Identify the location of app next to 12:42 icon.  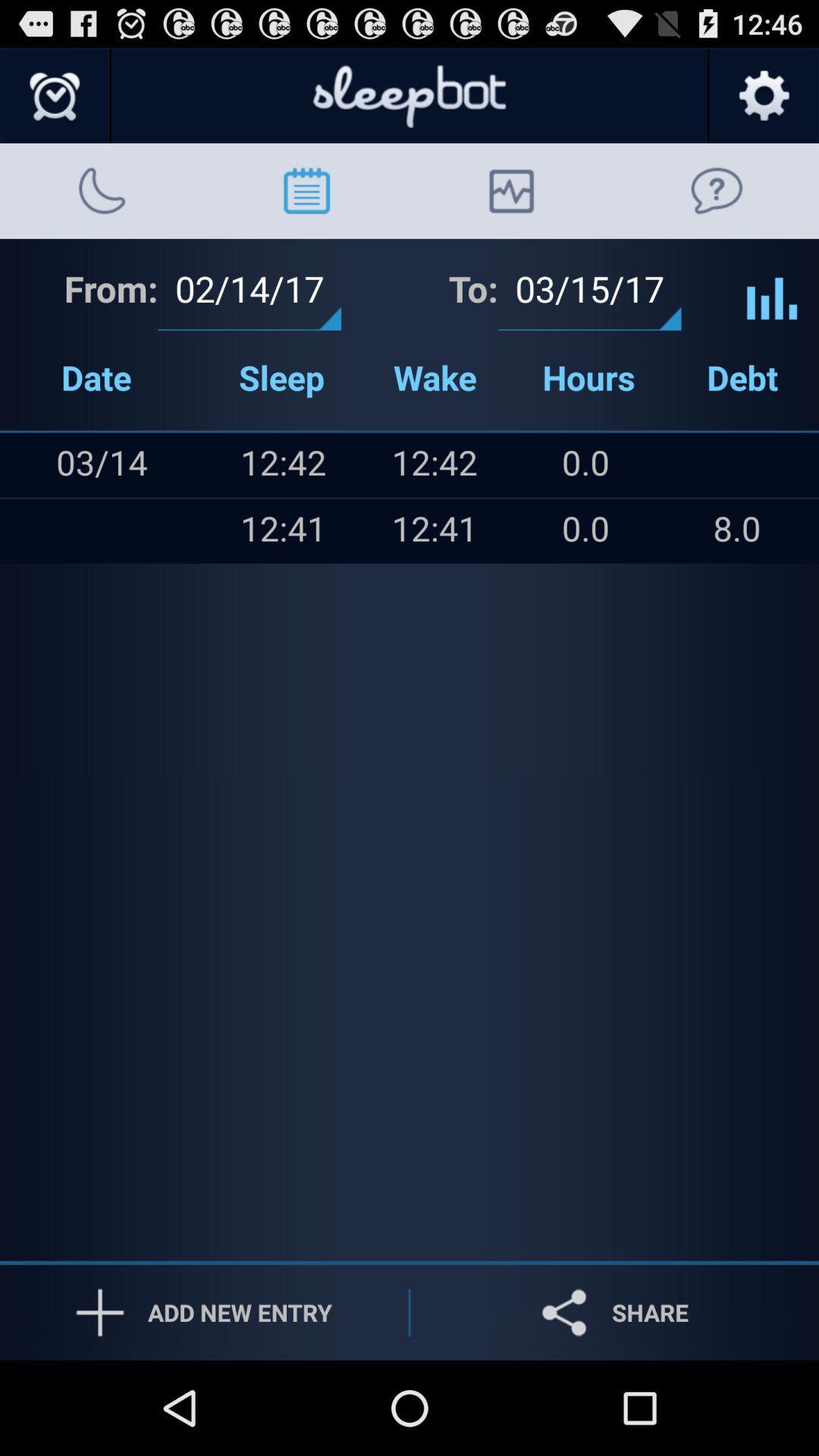
(130, 531).